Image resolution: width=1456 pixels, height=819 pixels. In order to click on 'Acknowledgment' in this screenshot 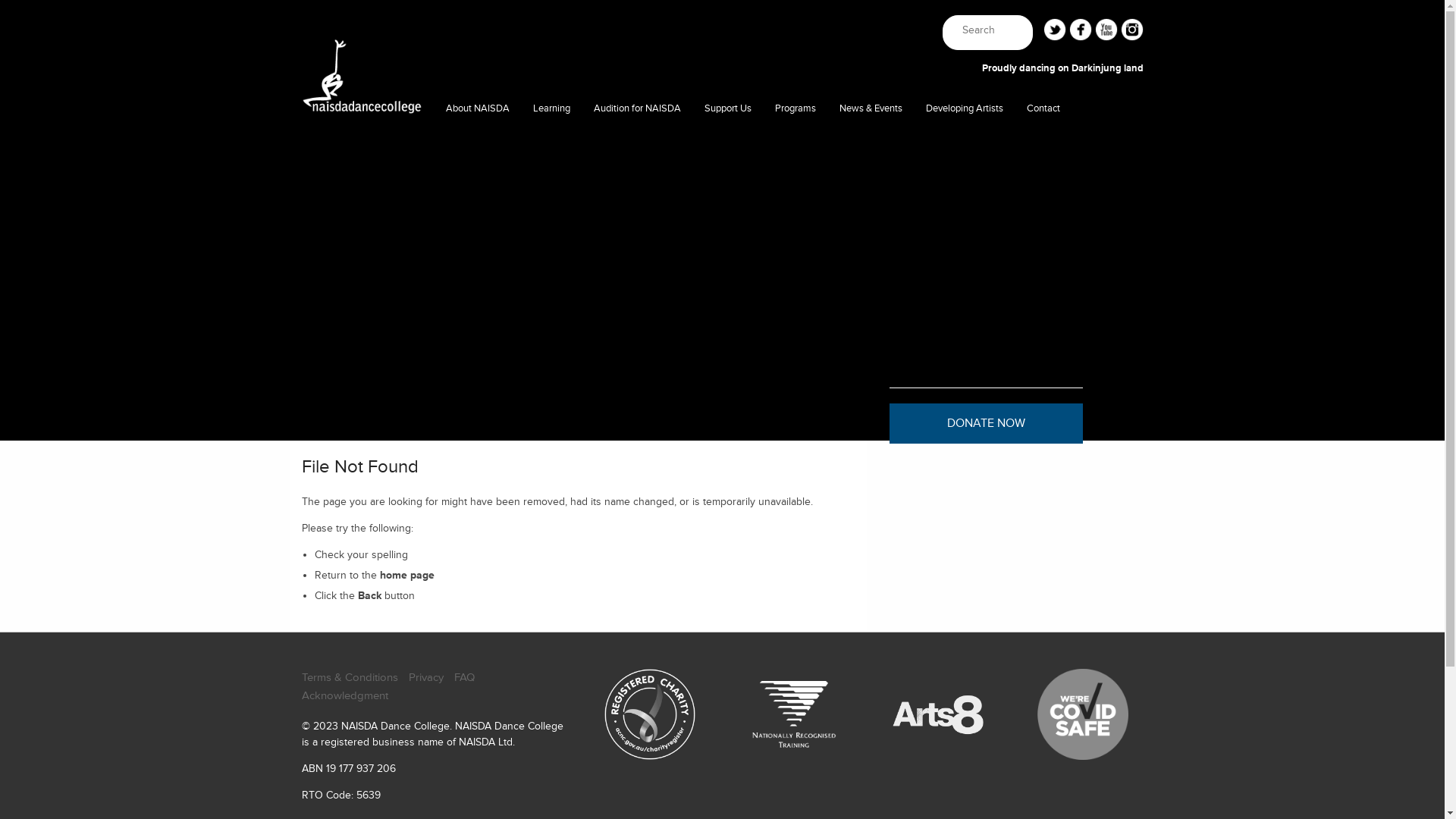, I will do `click(344, 696)`.